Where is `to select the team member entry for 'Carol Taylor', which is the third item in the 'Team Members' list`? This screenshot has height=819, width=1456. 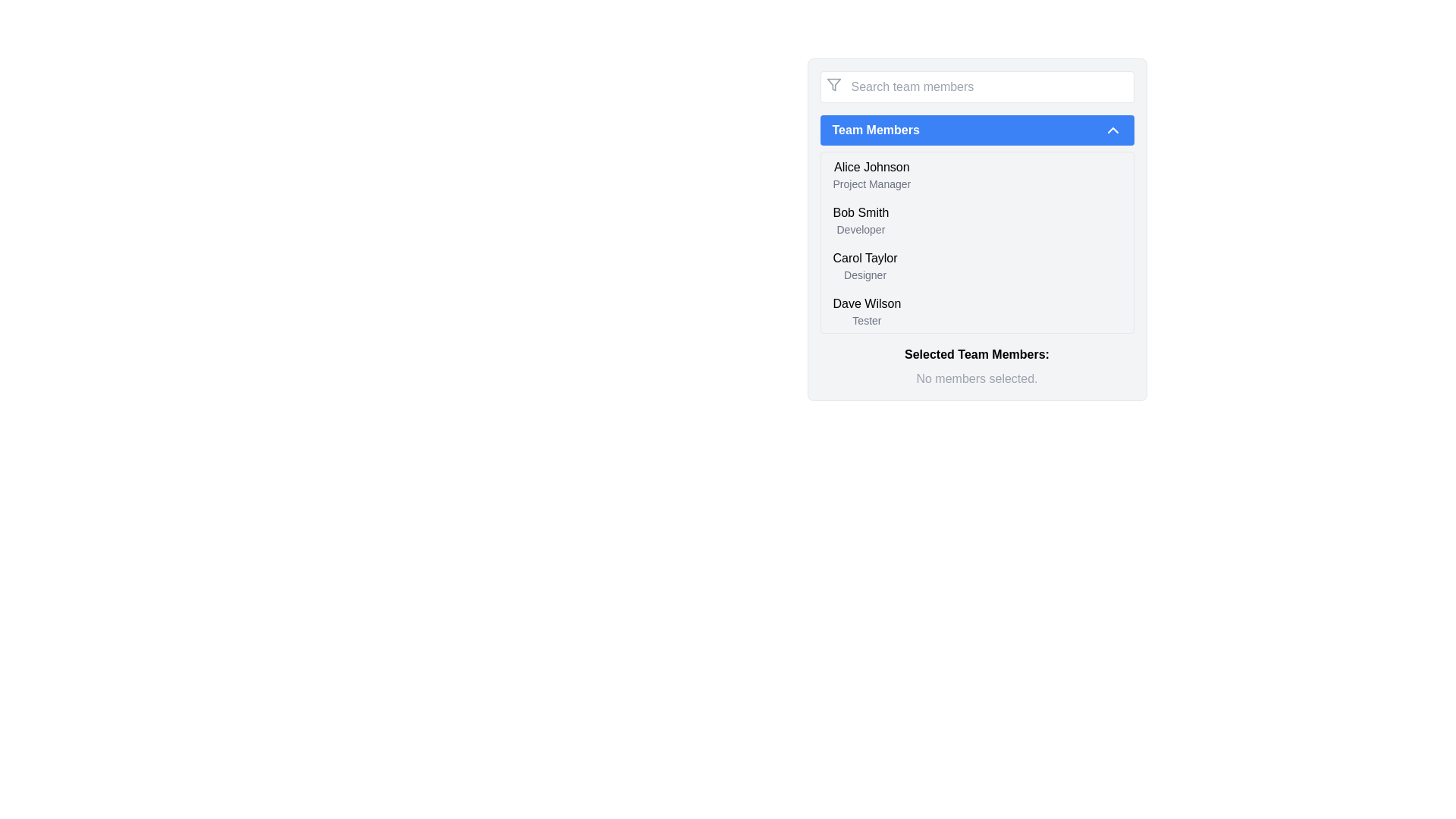 to select the team member entry for 'Carol Taylor', which is the third item in the 'Team Members' list is located at coordinates (977, 265).